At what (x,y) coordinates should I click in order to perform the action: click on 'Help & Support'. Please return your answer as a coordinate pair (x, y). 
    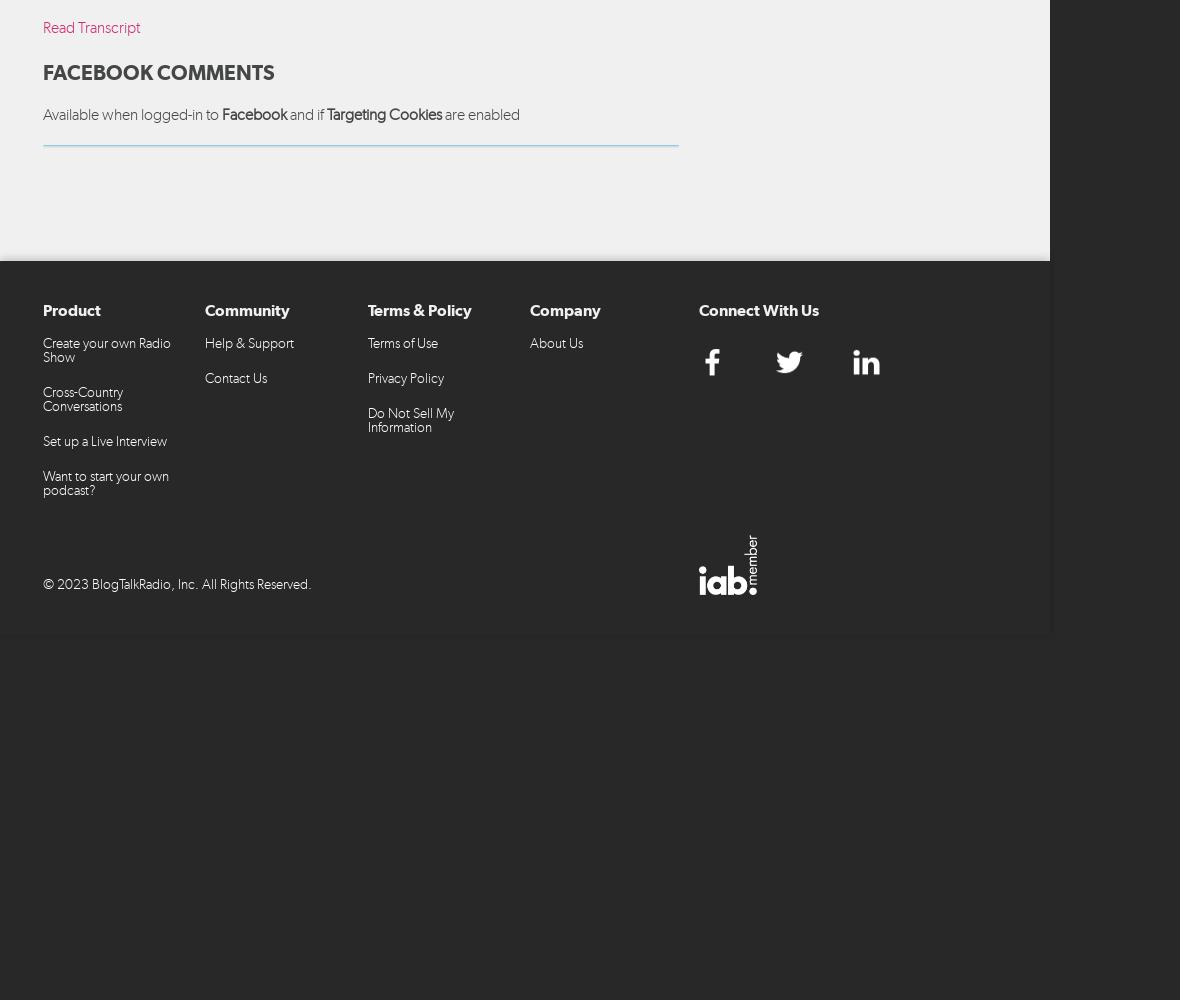
    Looking at the image, I should click on (204, 341).